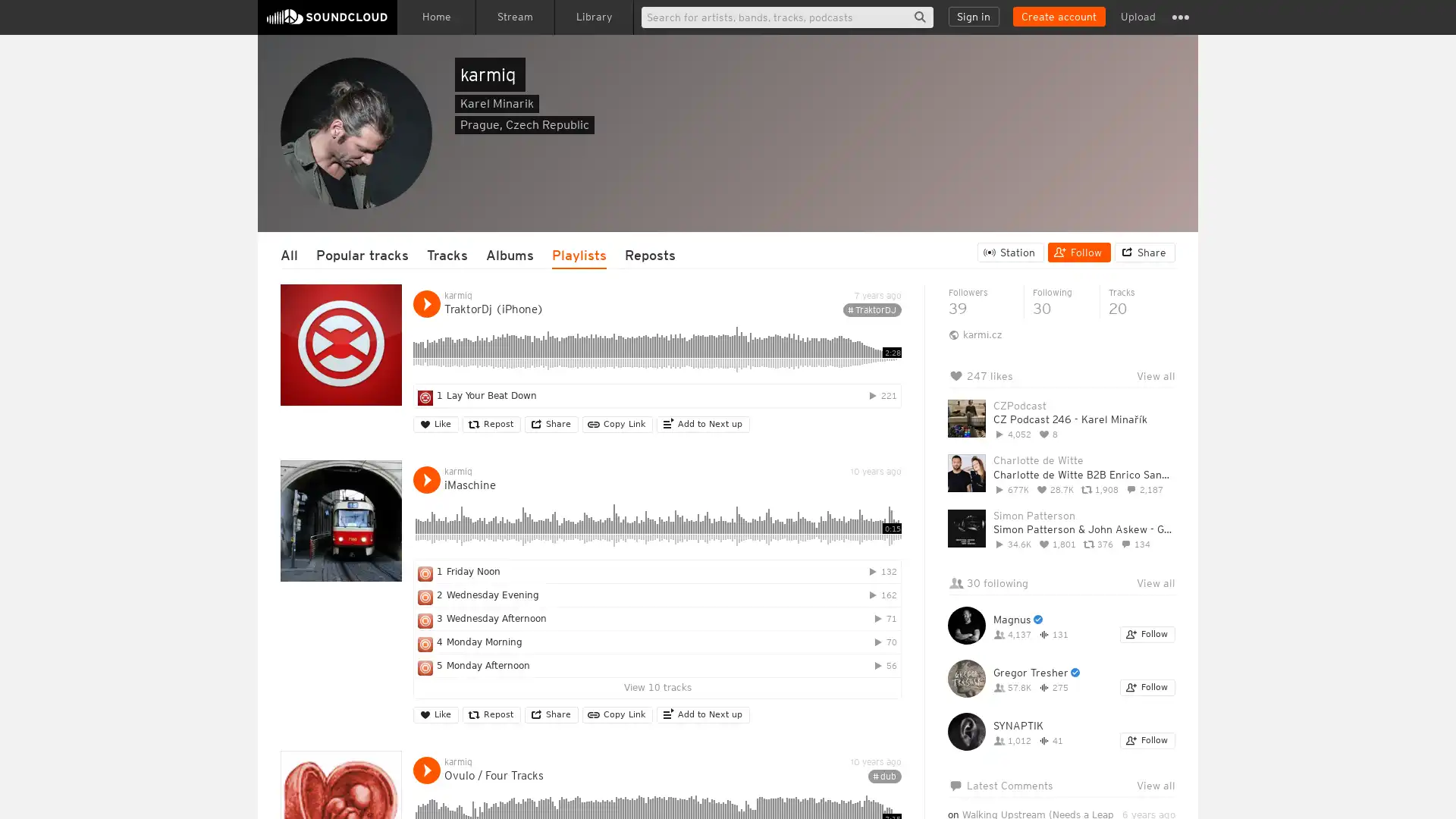 This screenshot has width=1456, height=819. Describe the element at coordinates (617, 424) in the screenshot. I see `Copy Link` at that location.